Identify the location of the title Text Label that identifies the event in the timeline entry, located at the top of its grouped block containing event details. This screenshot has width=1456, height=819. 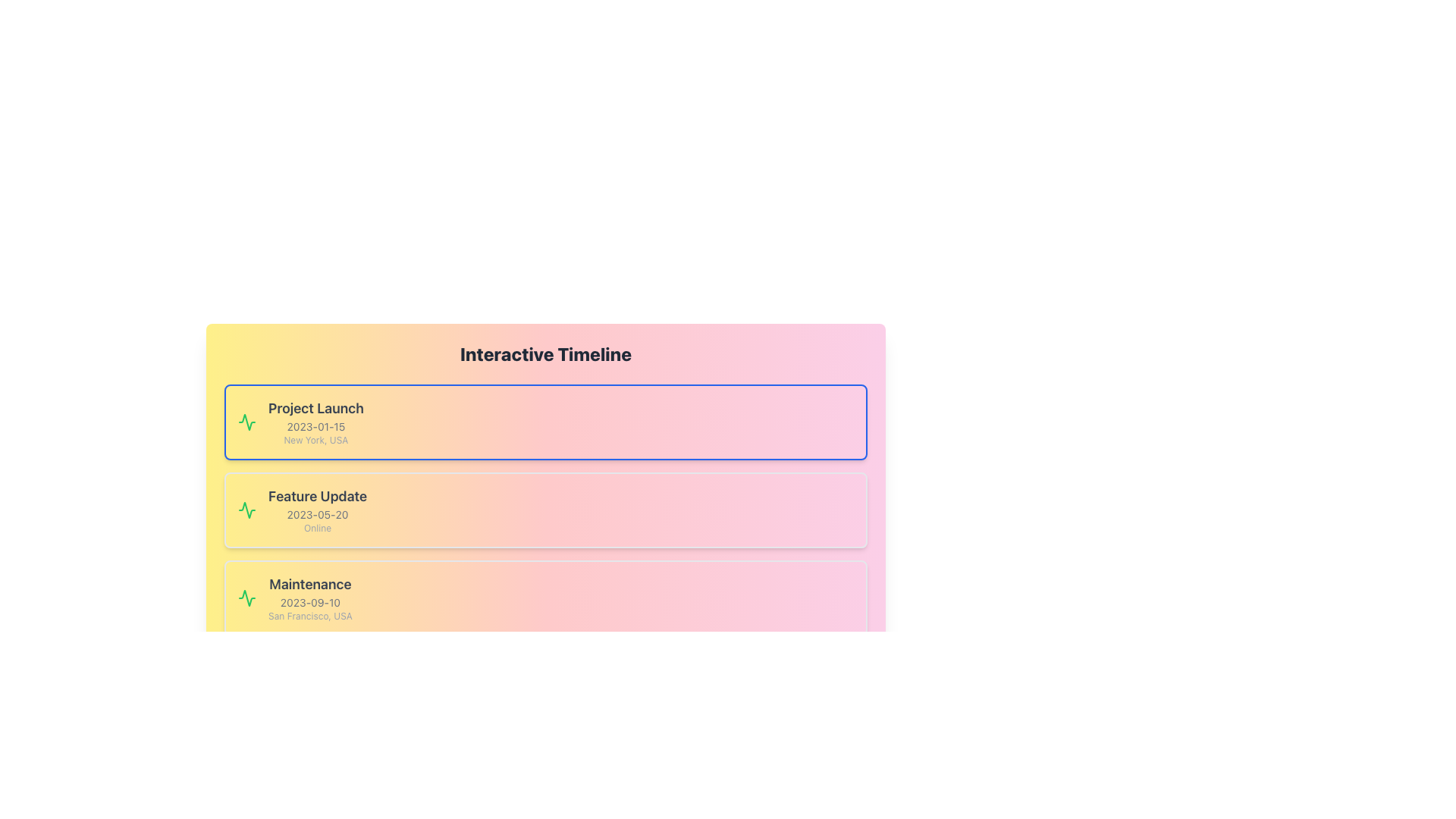
(315, 408).